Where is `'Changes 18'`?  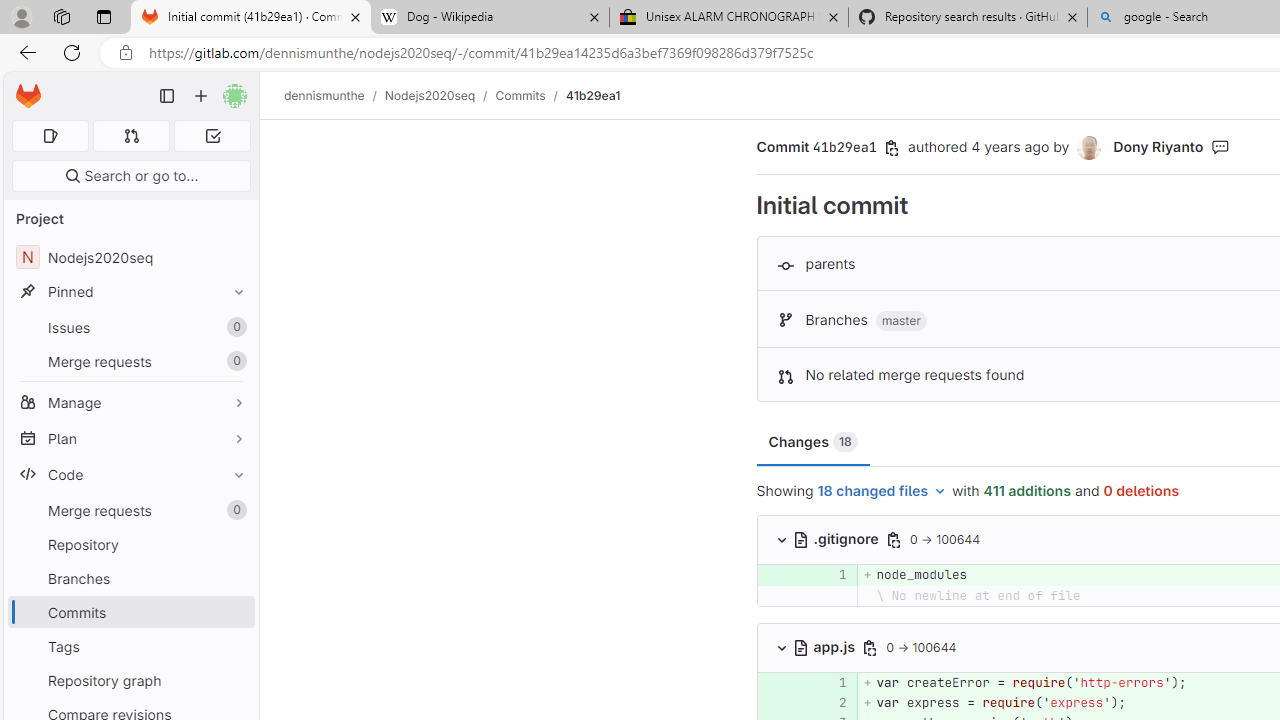 'Changes 18' is located at coordinates (813, 441).